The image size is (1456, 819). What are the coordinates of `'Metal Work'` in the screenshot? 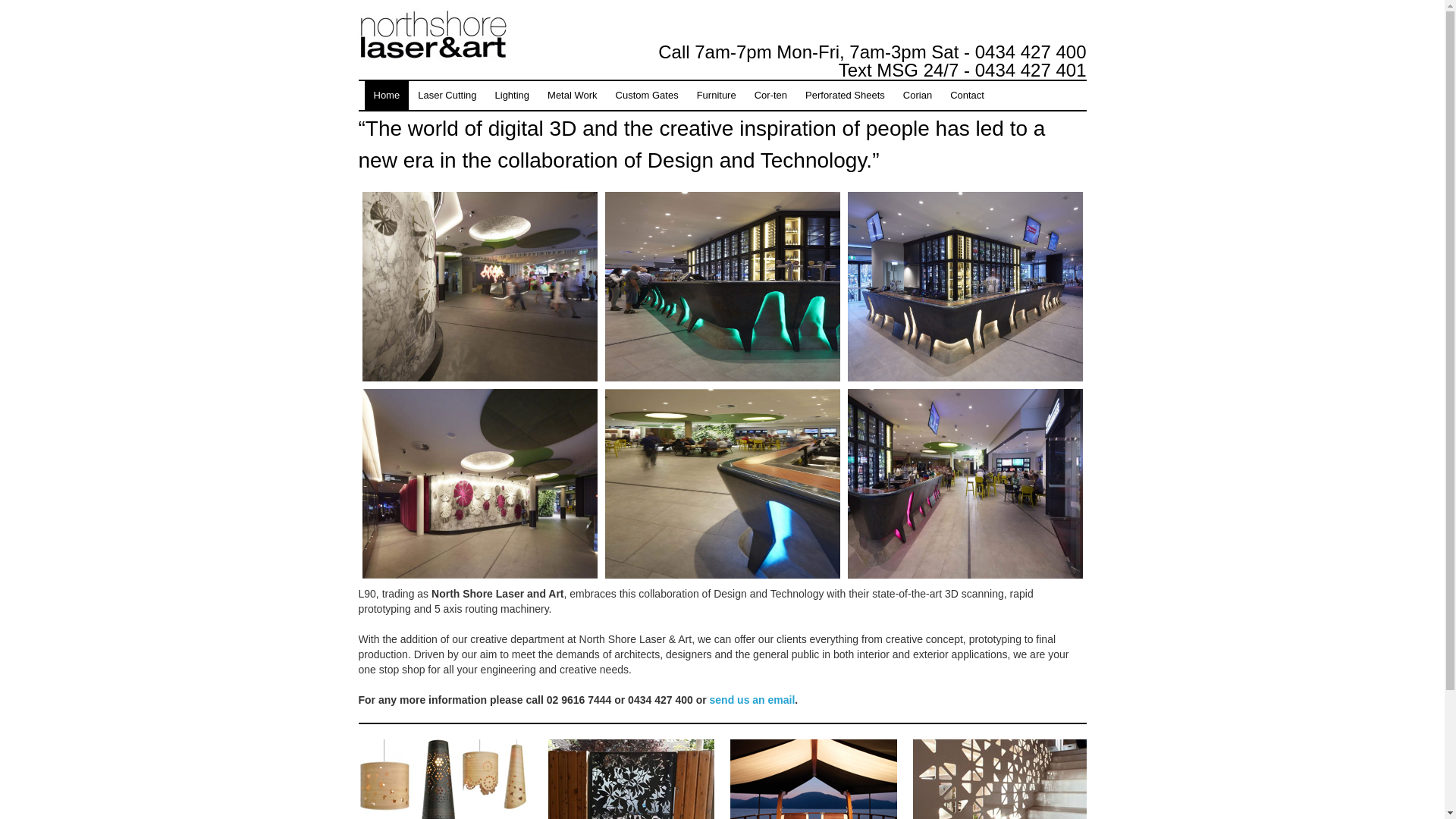 It's located at (571, 96).